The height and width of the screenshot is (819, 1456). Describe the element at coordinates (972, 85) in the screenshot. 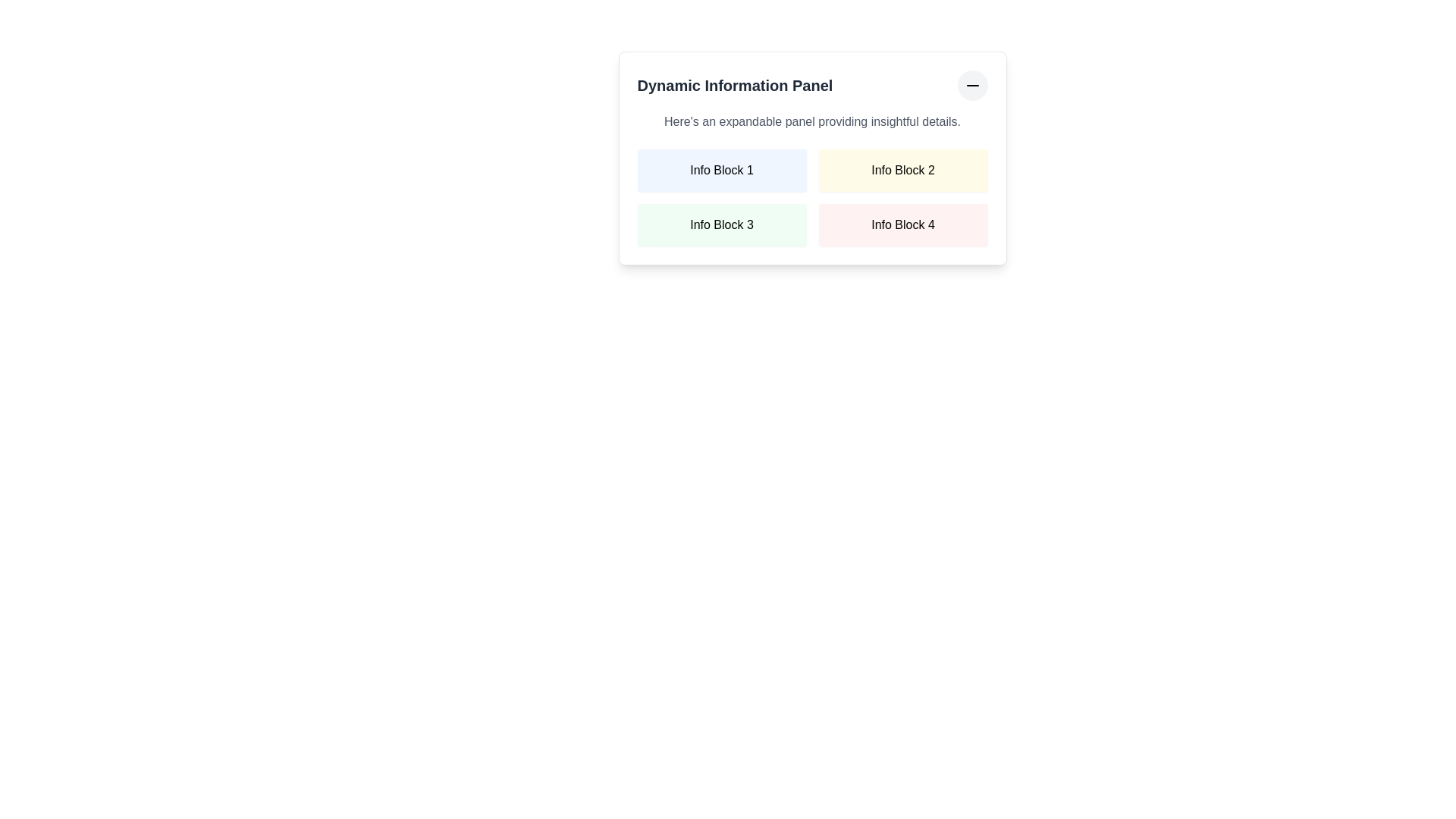

I see `the collapse button located on the rightmost side of the header section of the 'Dynamic Information Panel' to minimize its content` at that location.